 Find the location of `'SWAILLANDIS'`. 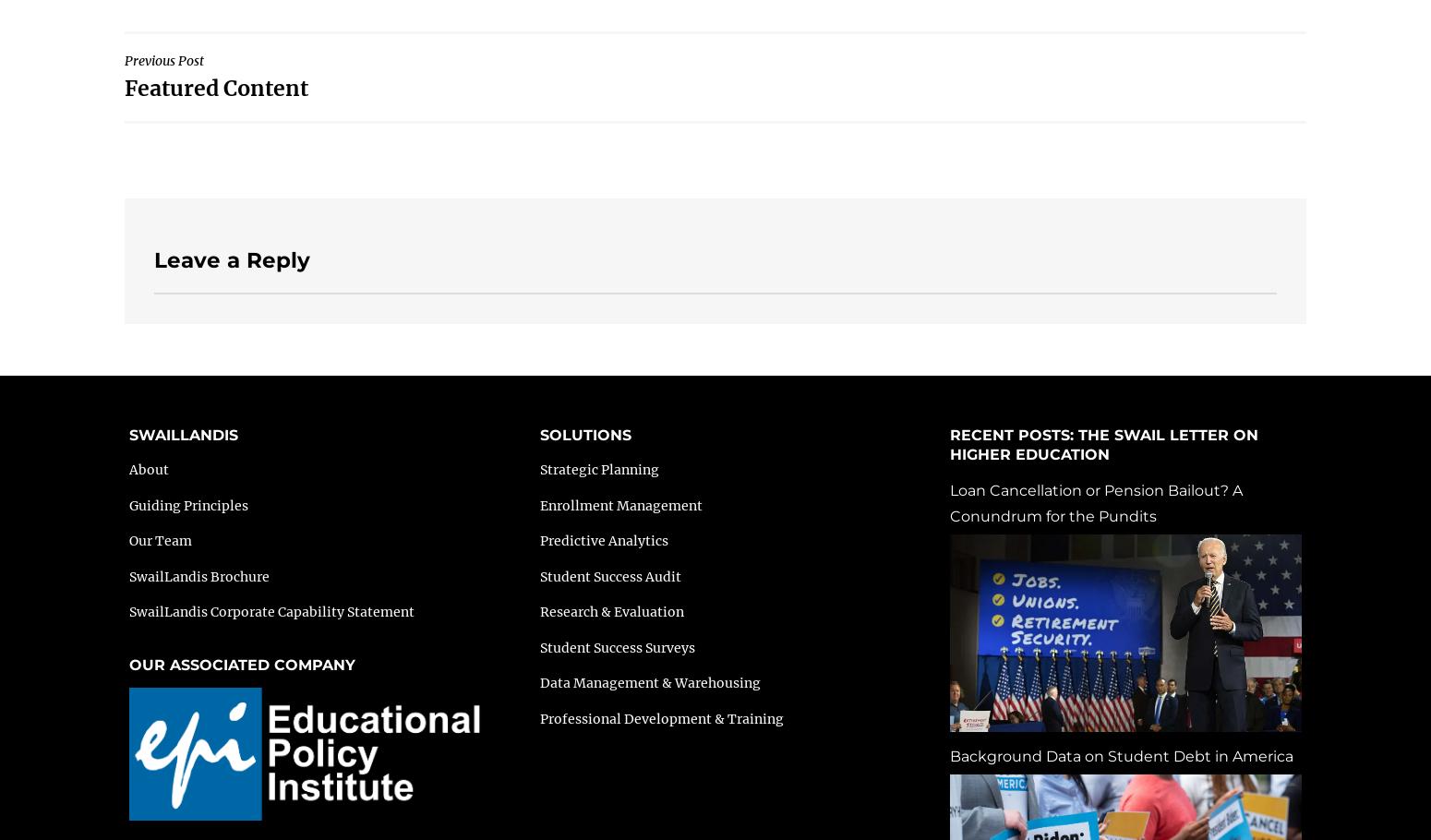

'SWAILLANDIS' is located at coordinates (183, 434).